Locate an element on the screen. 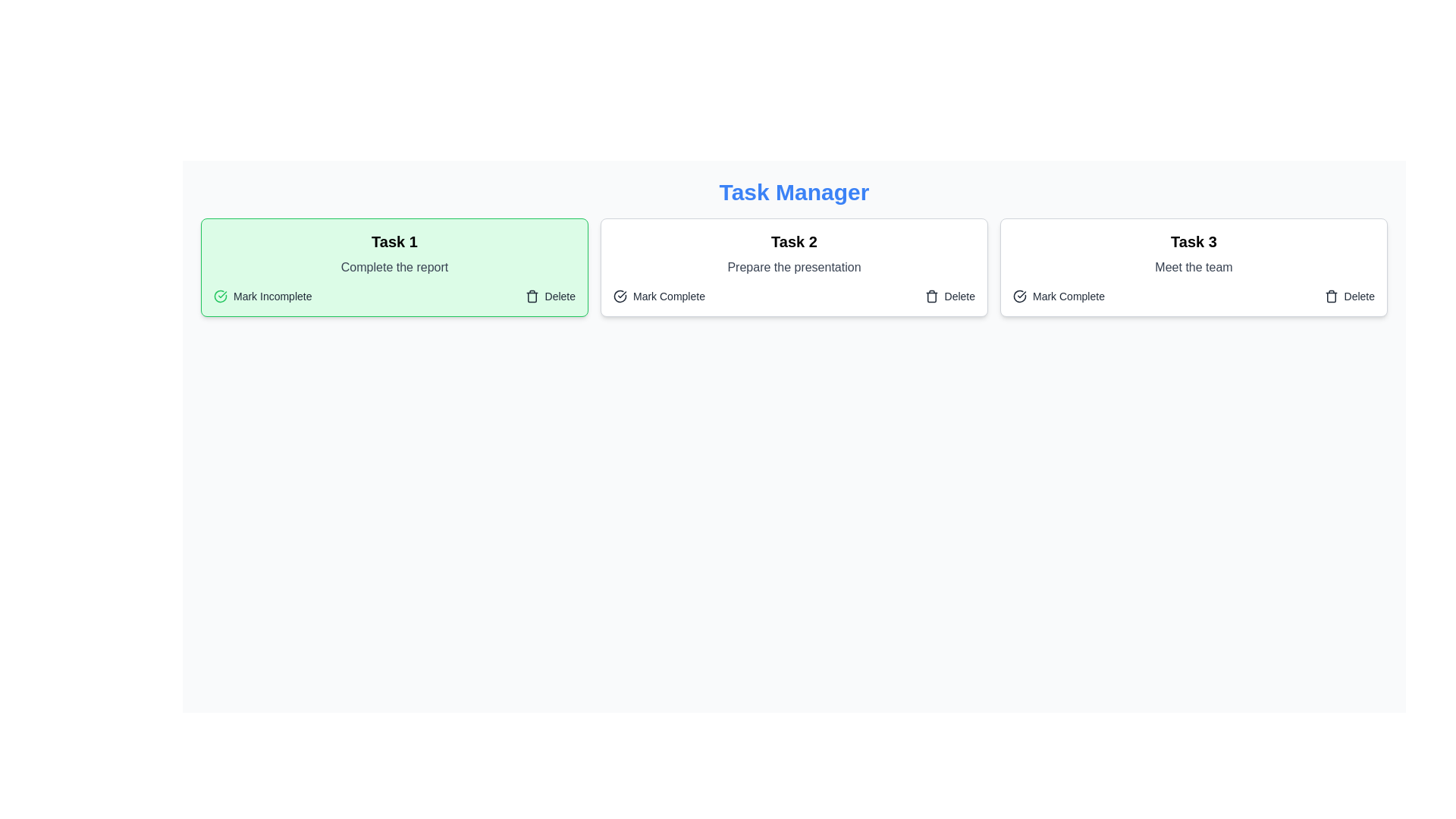 Image resolution: width=1456 pixels, height=819 pixels. the text label displaying 'Task 2', which is centered within the top of the middle card in a three-card layout is located at coordinates (793, 241).